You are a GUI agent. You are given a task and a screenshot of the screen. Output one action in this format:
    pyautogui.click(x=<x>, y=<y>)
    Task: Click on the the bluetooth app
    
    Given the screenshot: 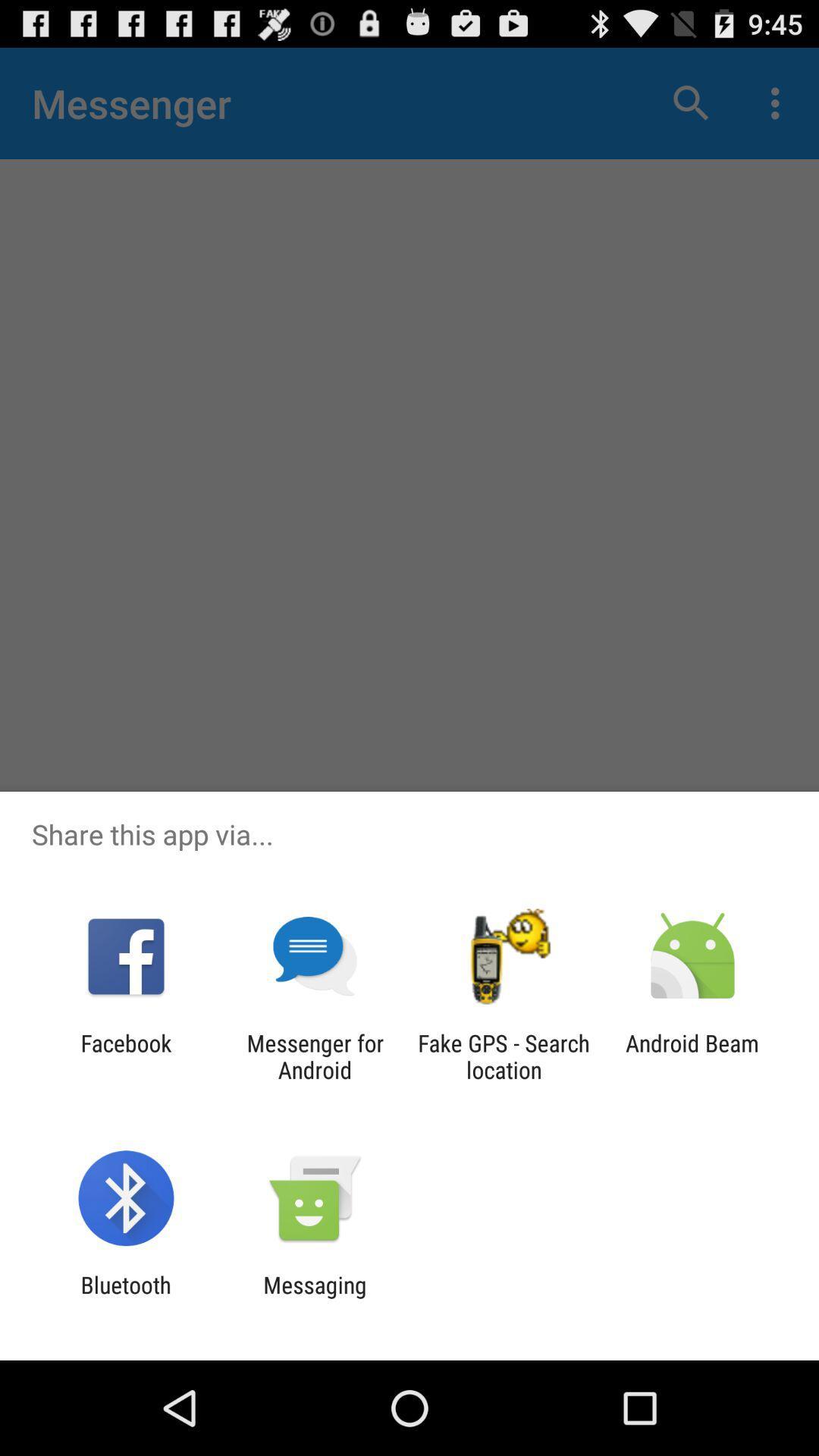 What is the action you would take?
    pyautogui.click(x=125, y=1298)
    